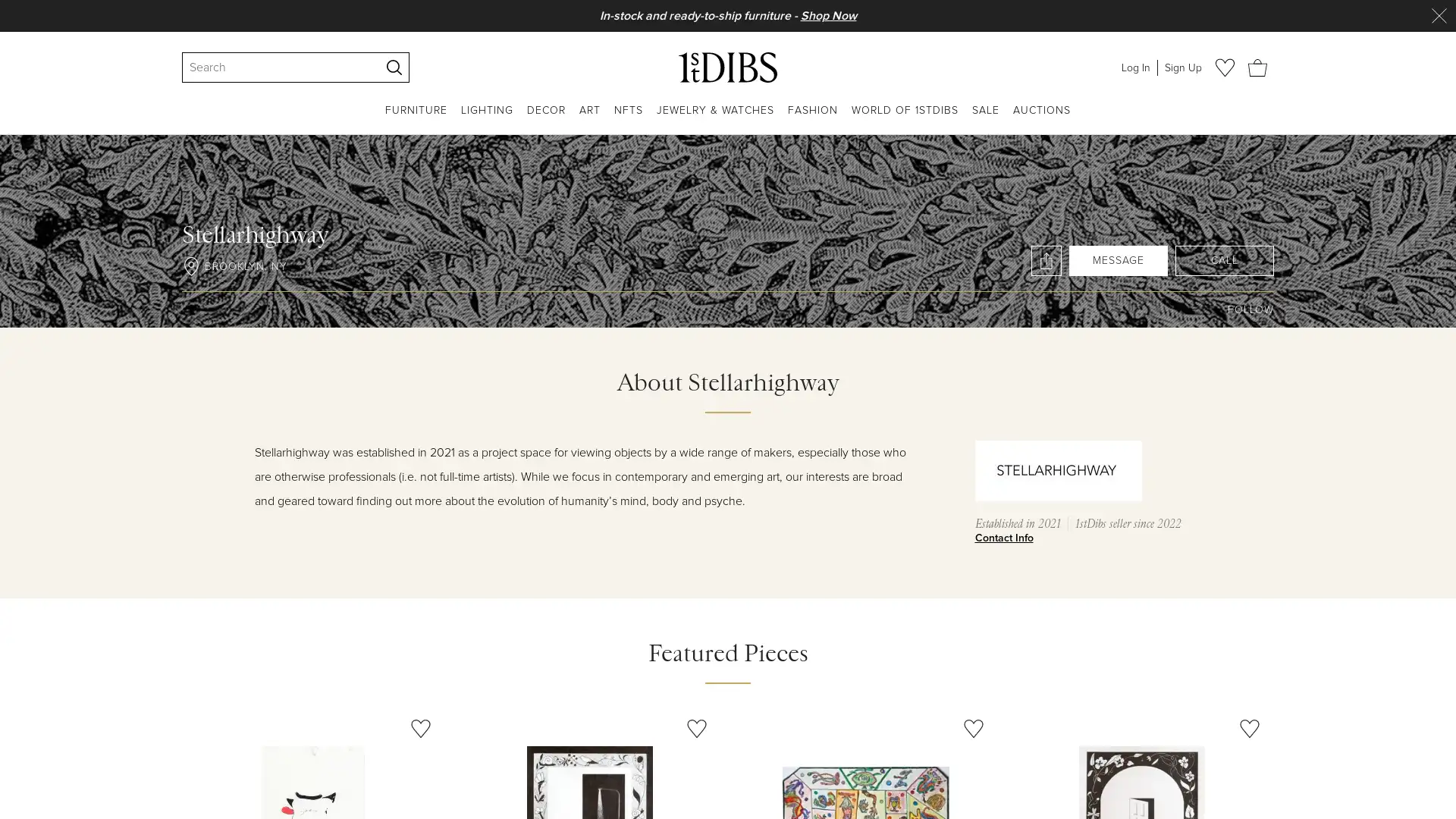 Image resolution: width=1456 pixels, height=819 pixels. Describe the element at coordinates (1182, 66) in the screenshot. I see `Sign Up` at that location.